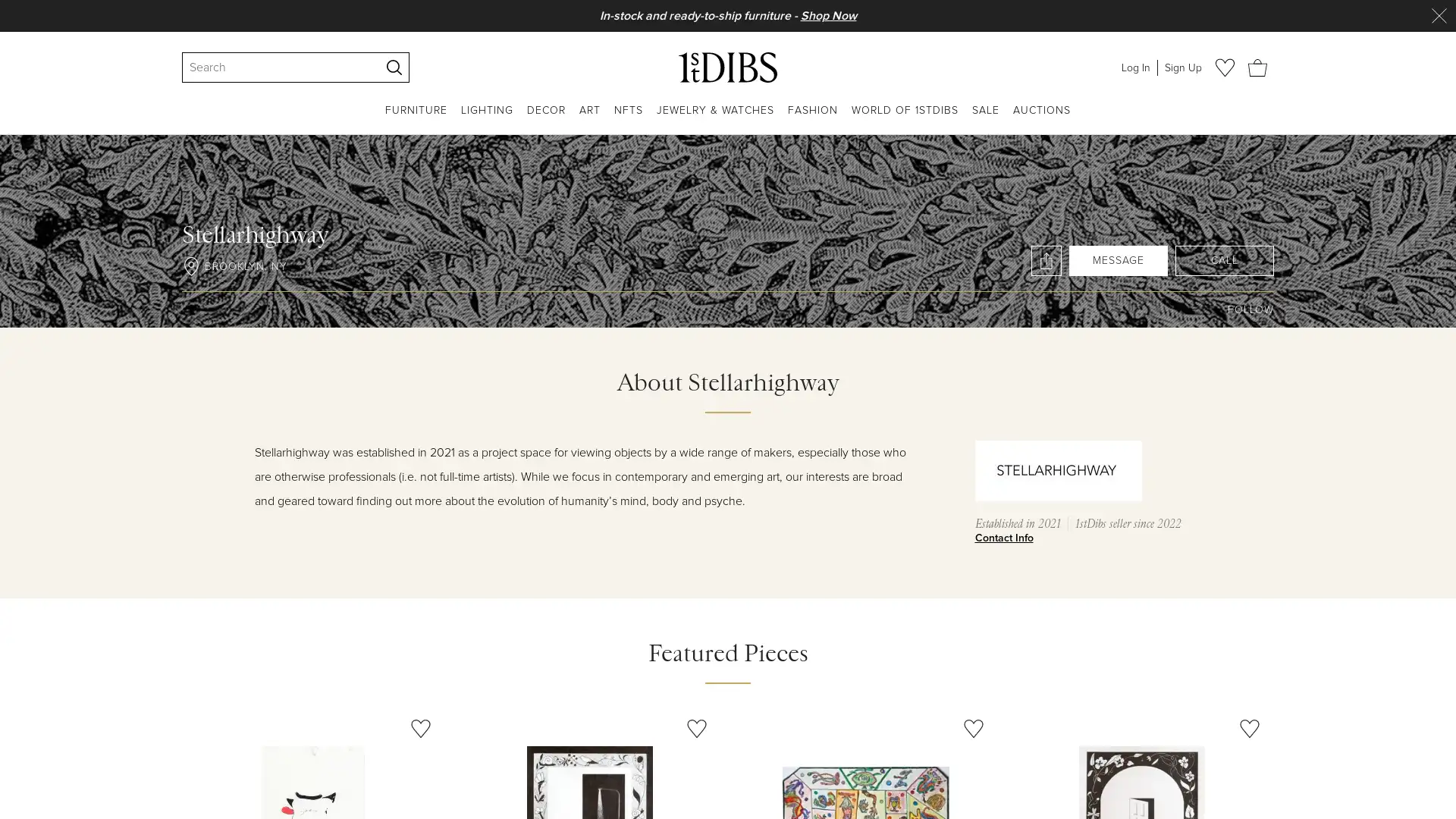 Image resolution: width=1456 pixels, height=819 pixels. Describe the element at coordinates (1182, 66) in the screenshot. I see `Sign Up` at that location.